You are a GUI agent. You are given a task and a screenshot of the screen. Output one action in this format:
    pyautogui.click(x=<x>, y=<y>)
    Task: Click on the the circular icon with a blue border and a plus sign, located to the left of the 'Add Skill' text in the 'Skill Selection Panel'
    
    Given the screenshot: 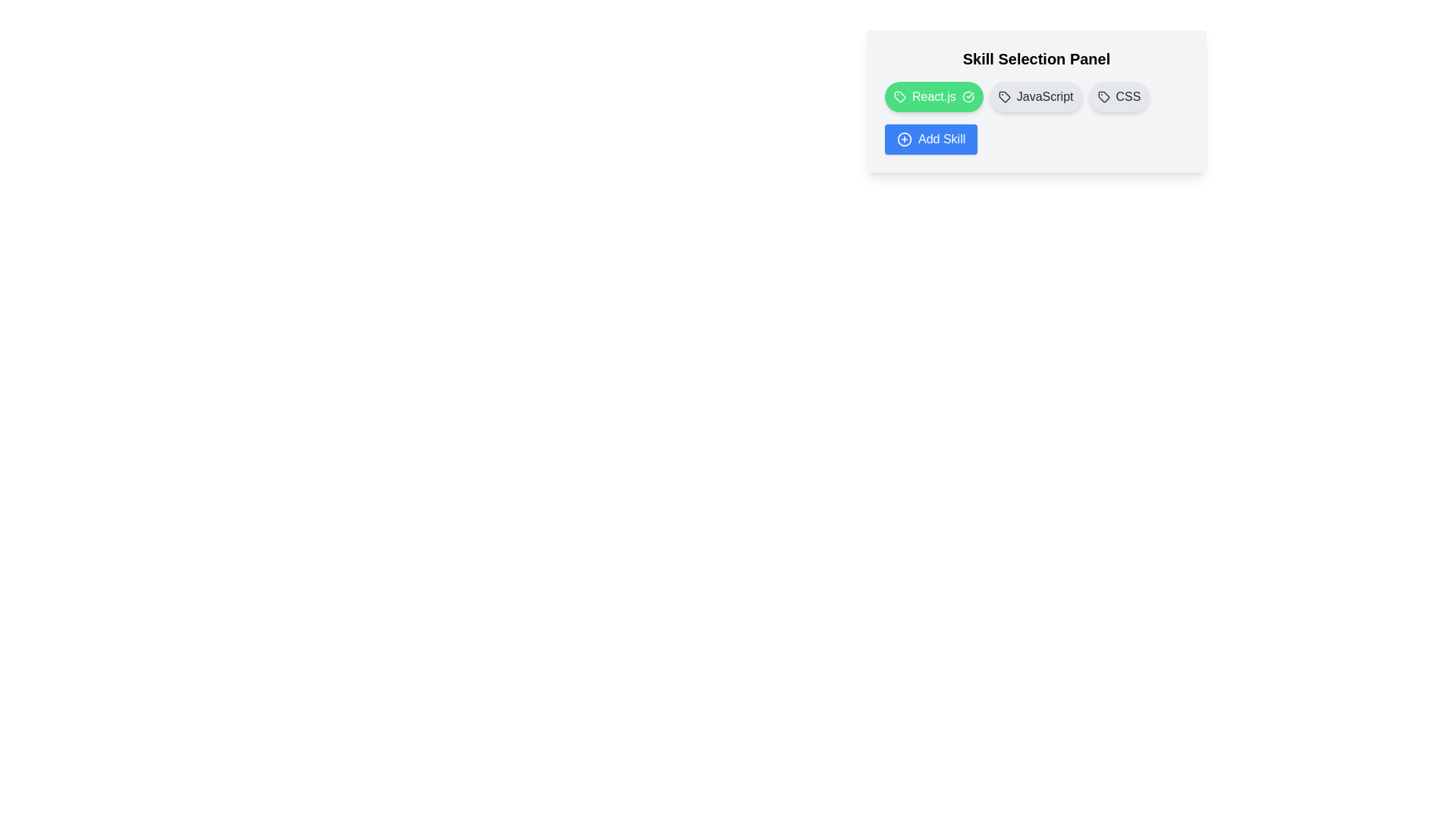 What is the action you would take?
    pyautogui.click(x=905, y=140)
    